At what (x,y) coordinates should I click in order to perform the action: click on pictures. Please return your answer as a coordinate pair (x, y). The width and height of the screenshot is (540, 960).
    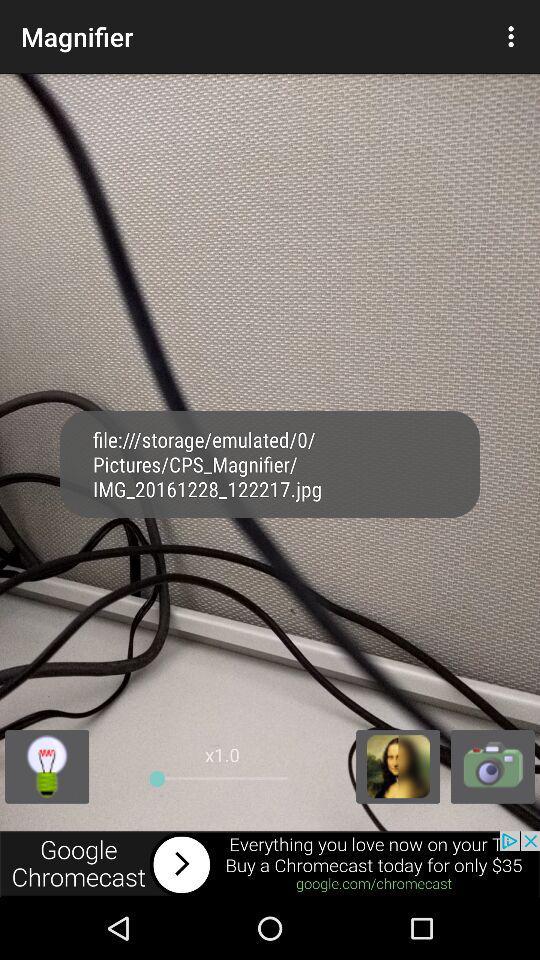
    Looking at the image, I should click on (398, 765).